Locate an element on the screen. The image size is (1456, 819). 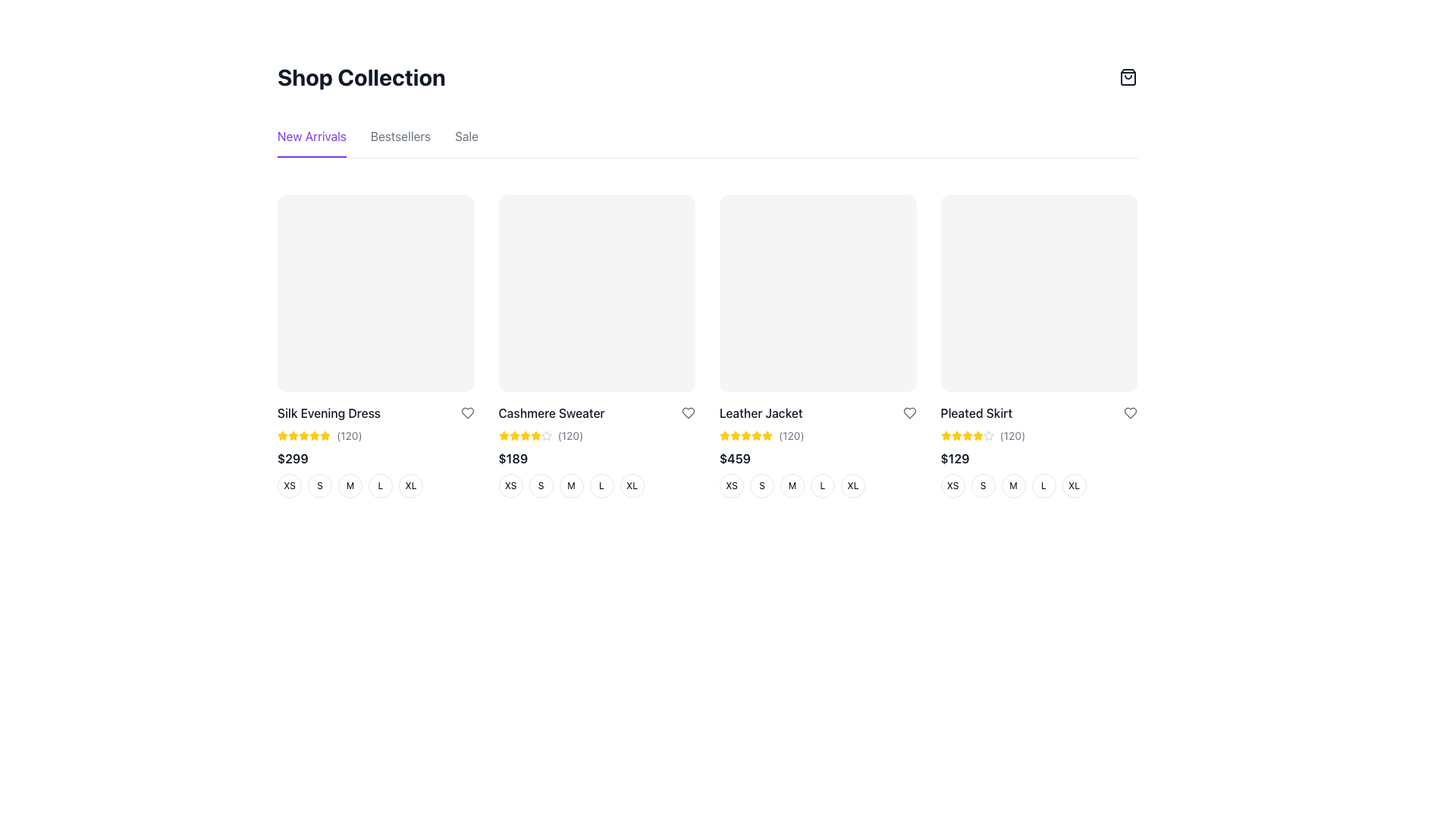
the third yellow star-shaped icon in the horizontal row located below the 'Cashmere Sweater' item in the 'Shop Collection' interface is located at coordinates (514, 435).